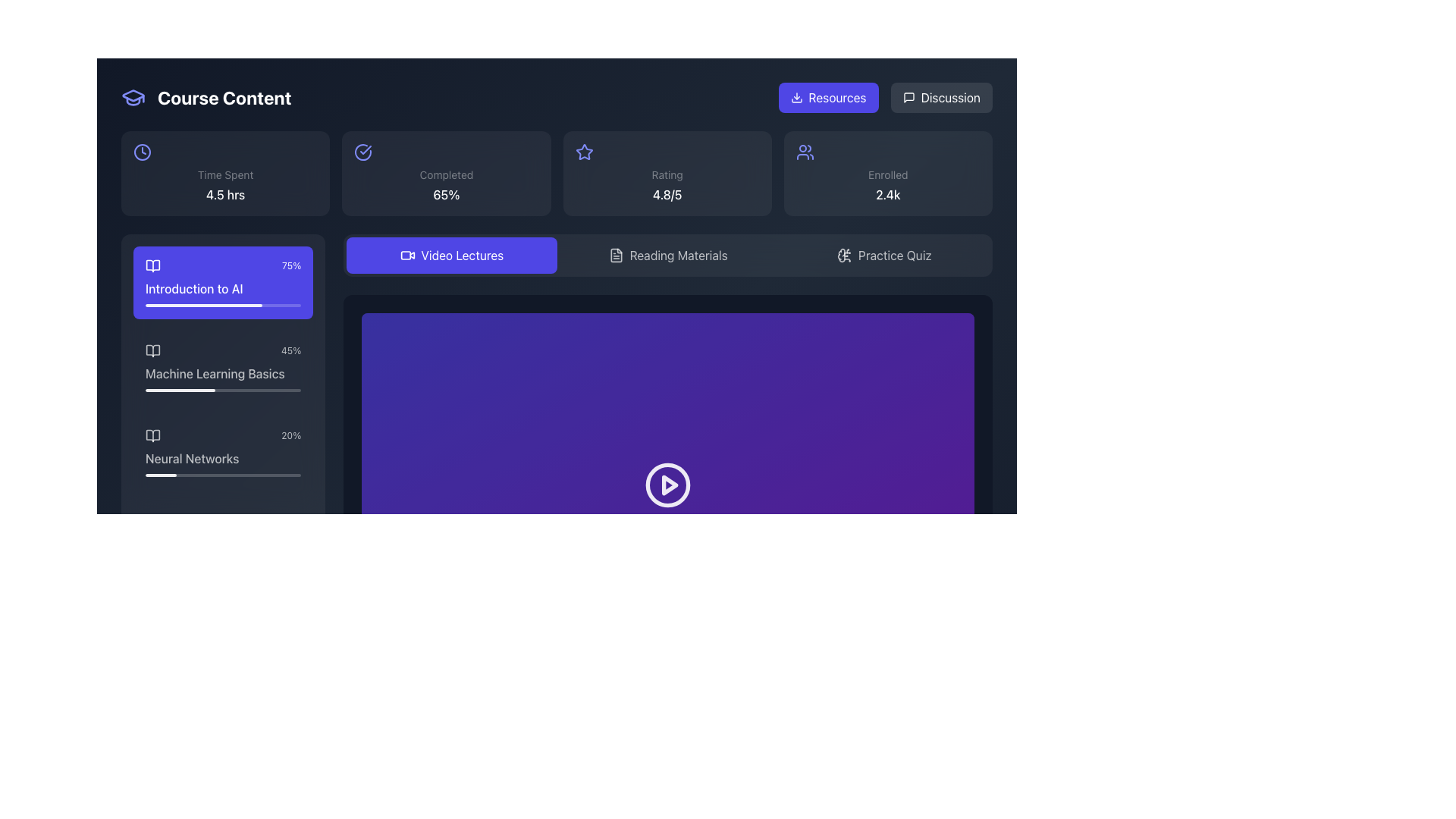 The width and height of the screenshot is (1456, 819). Describe the element at coordinates (362, 152) in the screenshot. I see `the checkmark icon encircled in a circular shape, located at the top-center of the user interface within the 'Completed' card` at that location.